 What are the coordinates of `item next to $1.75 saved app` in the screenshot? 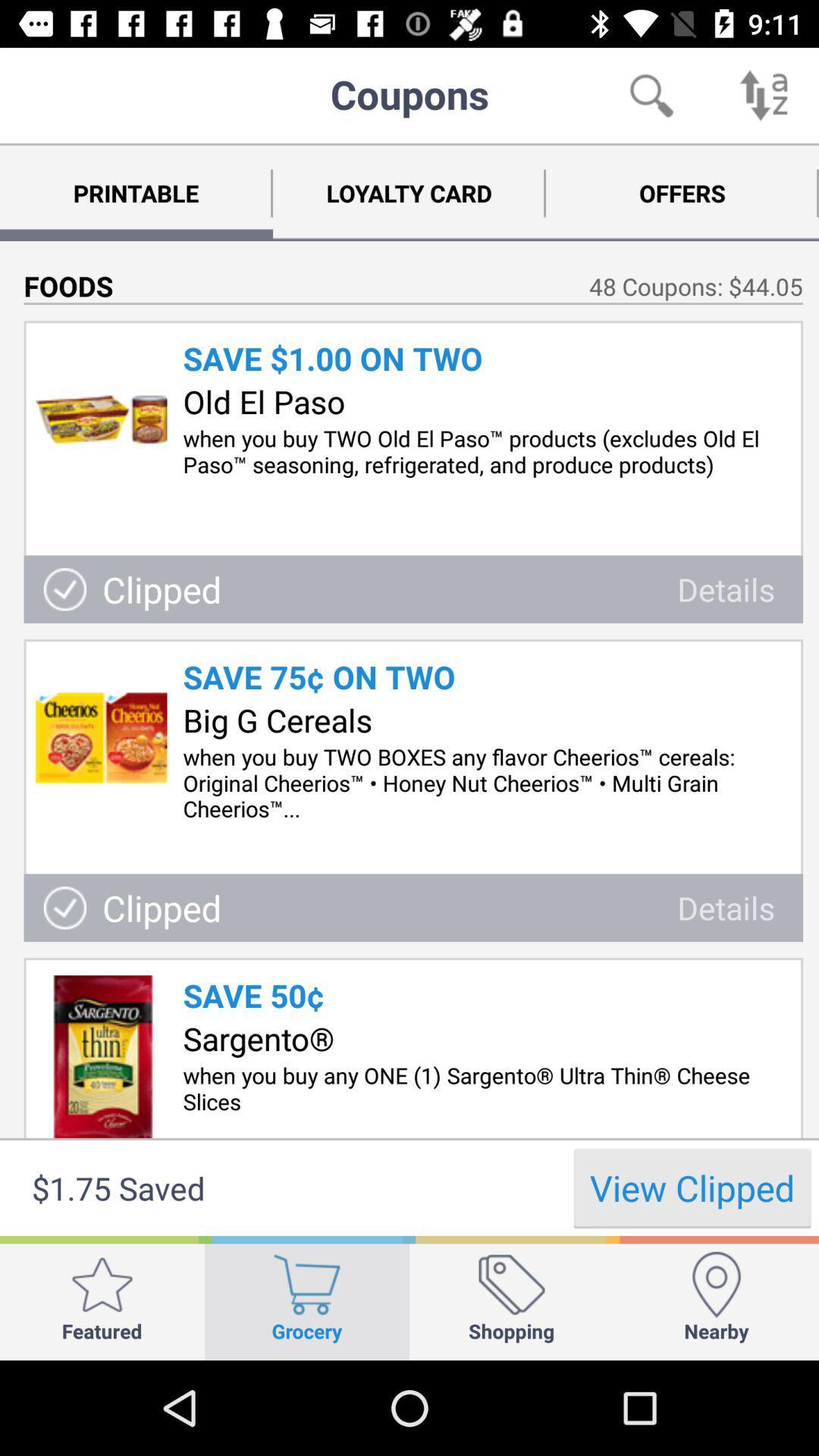 It's located at (692, 1187).